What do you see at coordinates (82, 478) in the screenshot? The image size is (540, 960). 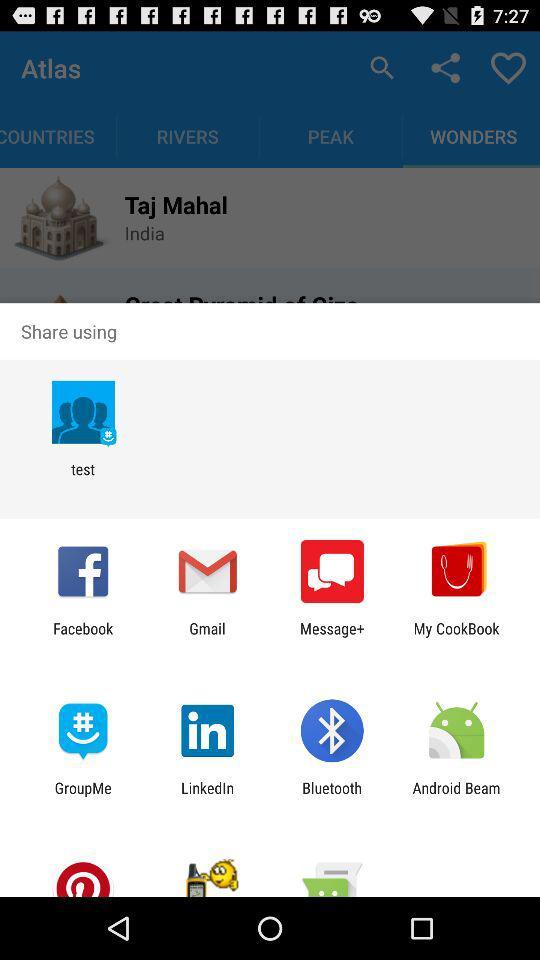 I see `the test` at bounding box center [82, 478].